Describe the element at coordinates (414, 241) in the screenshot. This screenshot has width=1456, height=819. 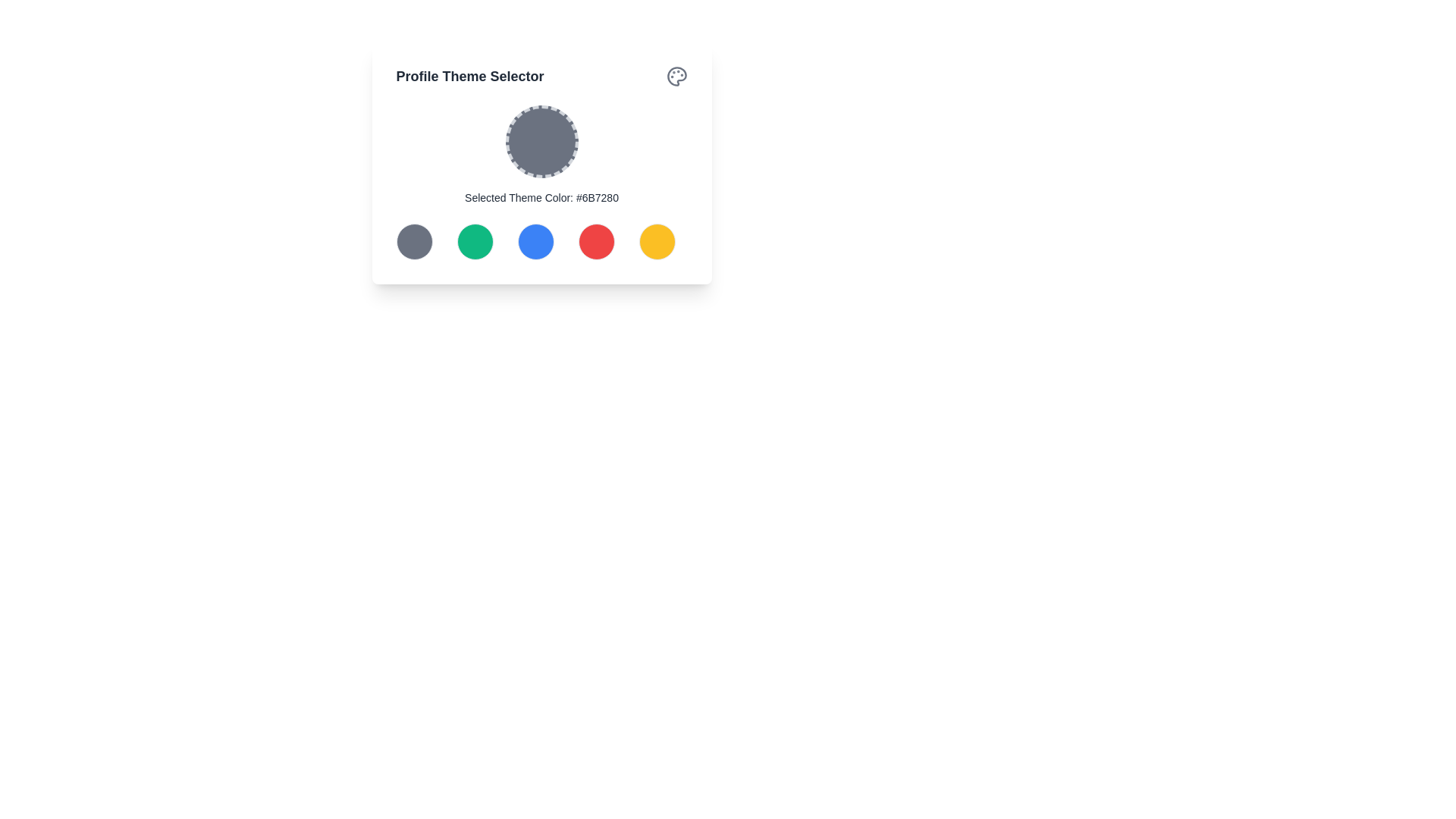
I see `the first circular button in the Profile Theme Selector` at that location.